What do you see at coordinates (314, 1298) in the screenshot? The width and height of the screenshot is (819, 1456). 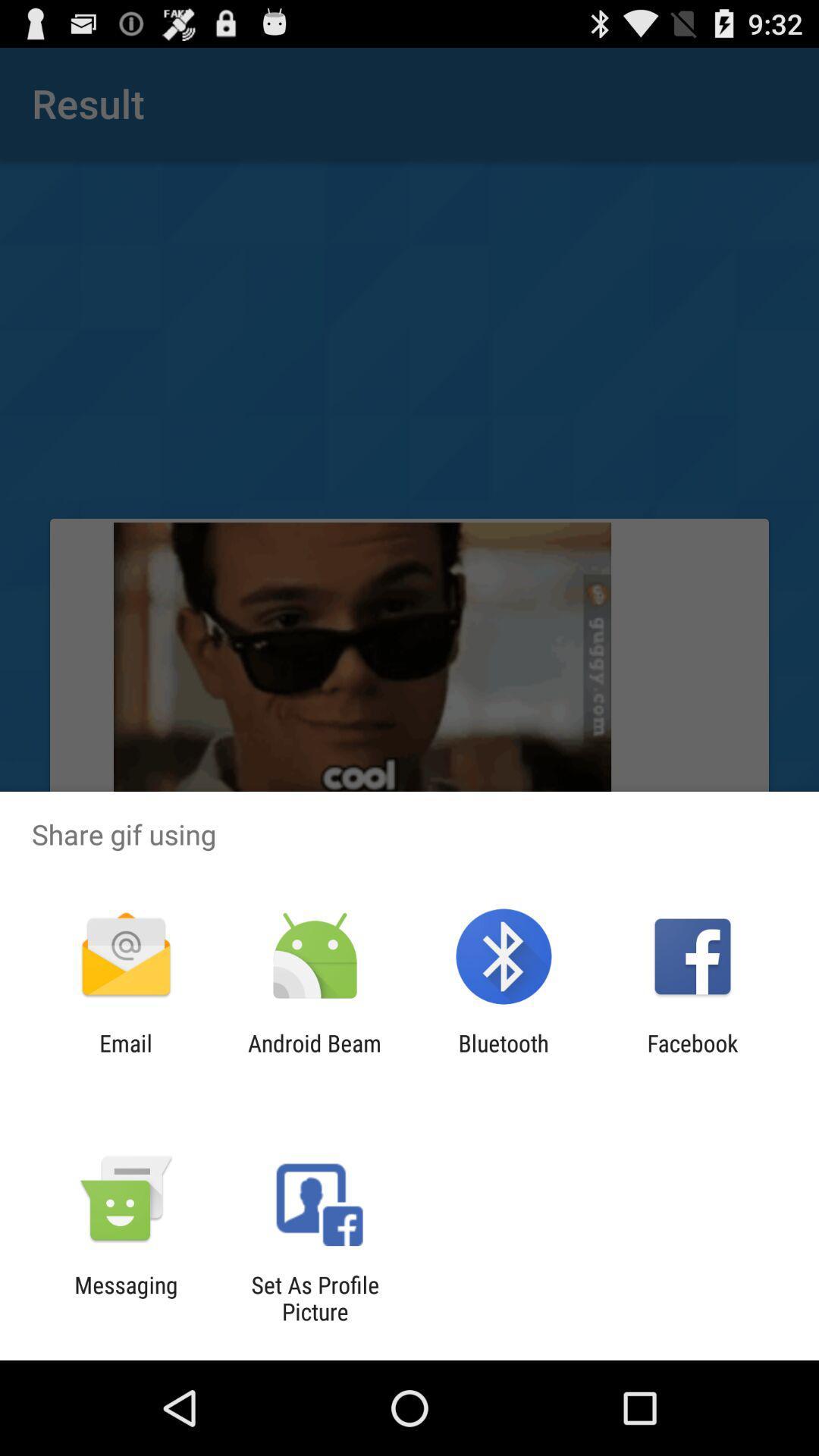 I see `the set as profile app` at bounding box center [314, 1298].